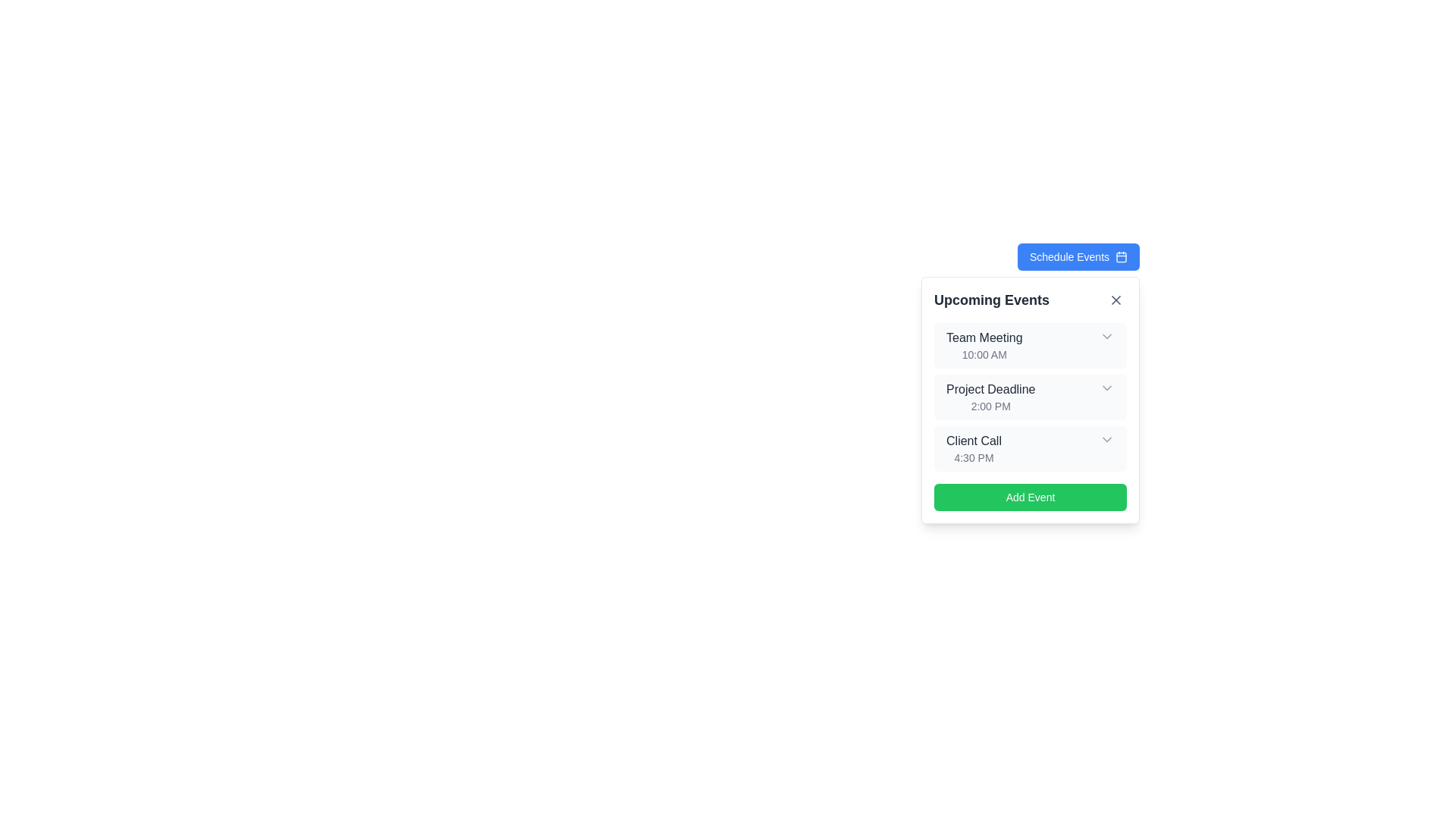 Image resolution: width=1456 pixels, height=819 pixels. Describe the element at coordinates (984, 345) in the screenshot. I see `event details displayed as 'Team Meeting' and '10:00 AM', the first item in the 'Upcoming Events' list, which is styled with a bold gray font for the title and lighter gray for the time` at that location.